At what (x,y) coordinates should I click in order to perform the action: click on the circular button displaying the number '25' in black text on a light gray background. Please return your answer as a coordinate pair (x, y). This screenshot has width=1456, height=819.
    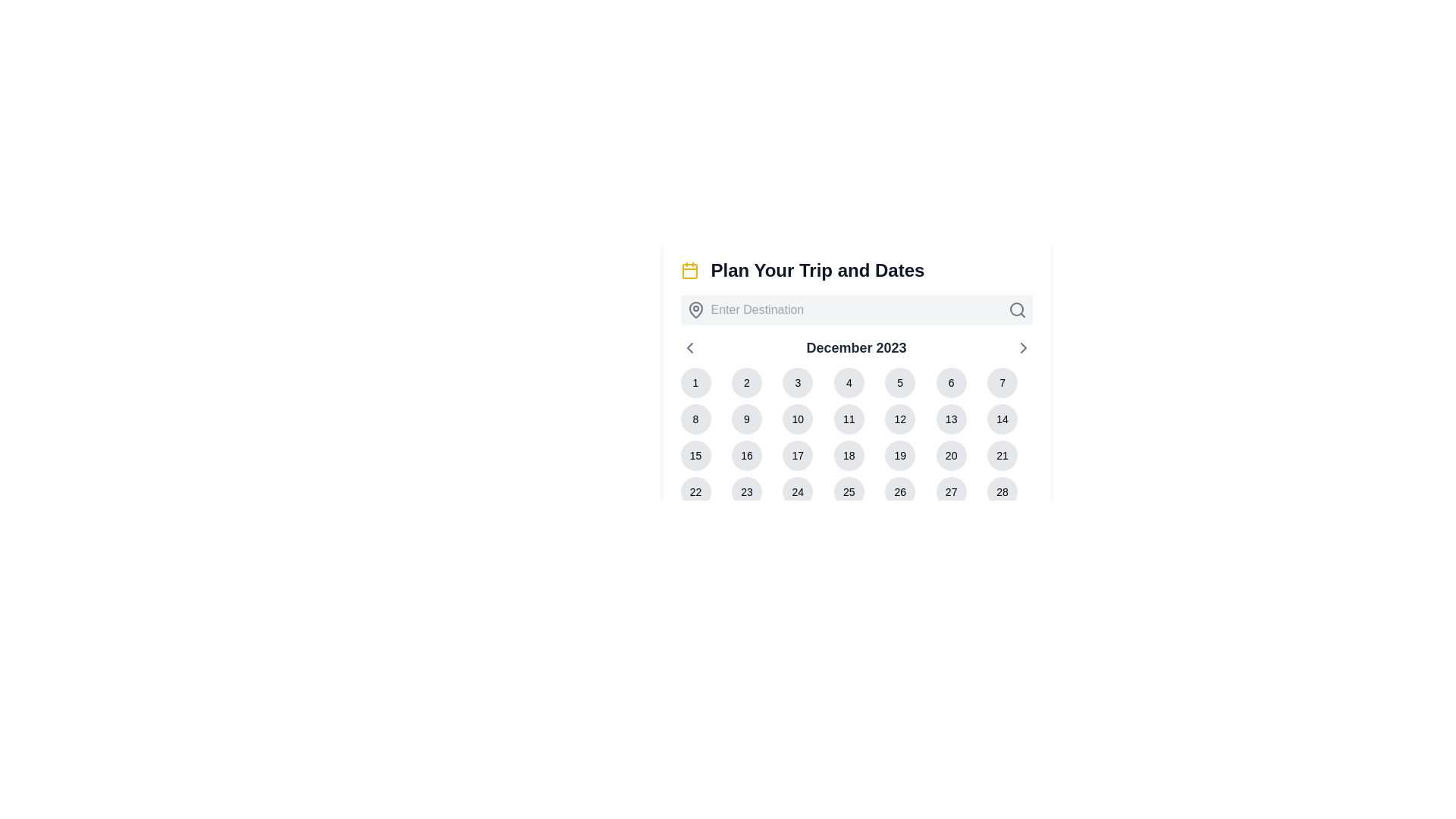
    Looking at the image, I should click on (848, 491).